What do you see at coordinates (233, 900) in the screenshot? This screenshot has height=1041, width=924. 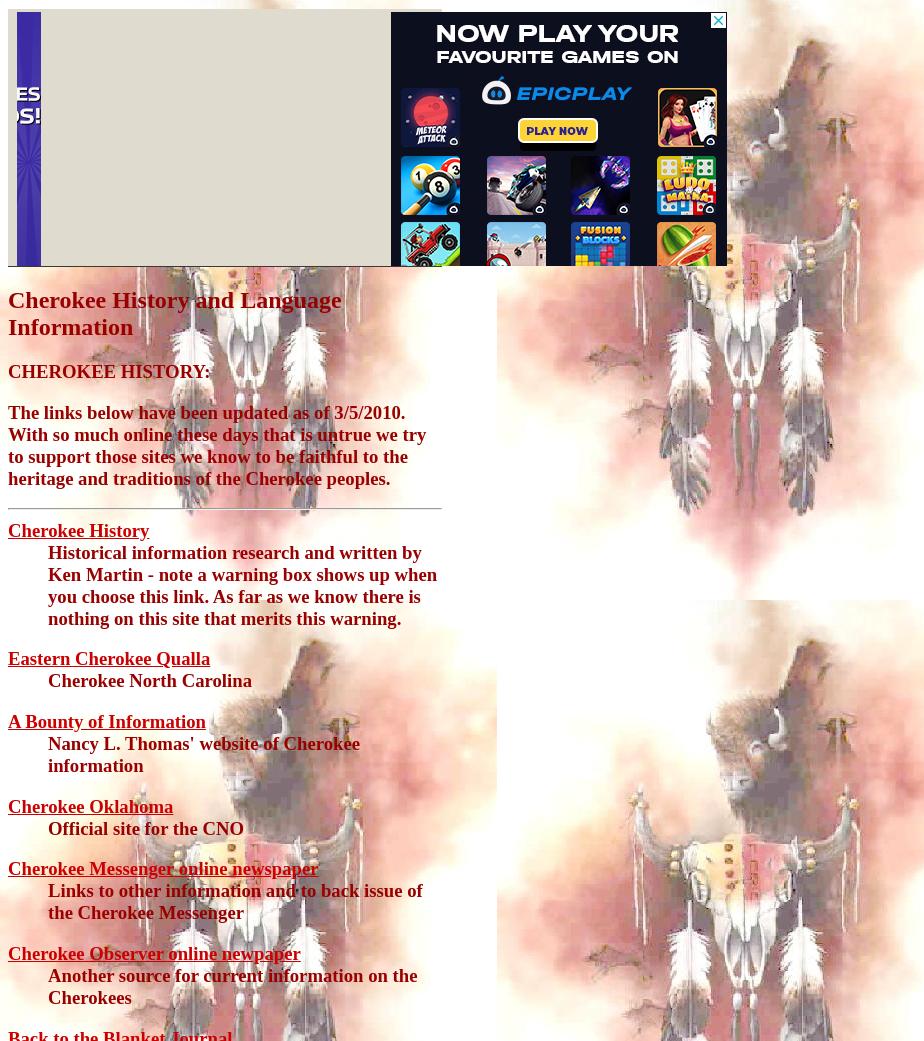 I see `'Links to other information and to back issue of the Cherokee Messenger'` at bounding box center [233, 900].